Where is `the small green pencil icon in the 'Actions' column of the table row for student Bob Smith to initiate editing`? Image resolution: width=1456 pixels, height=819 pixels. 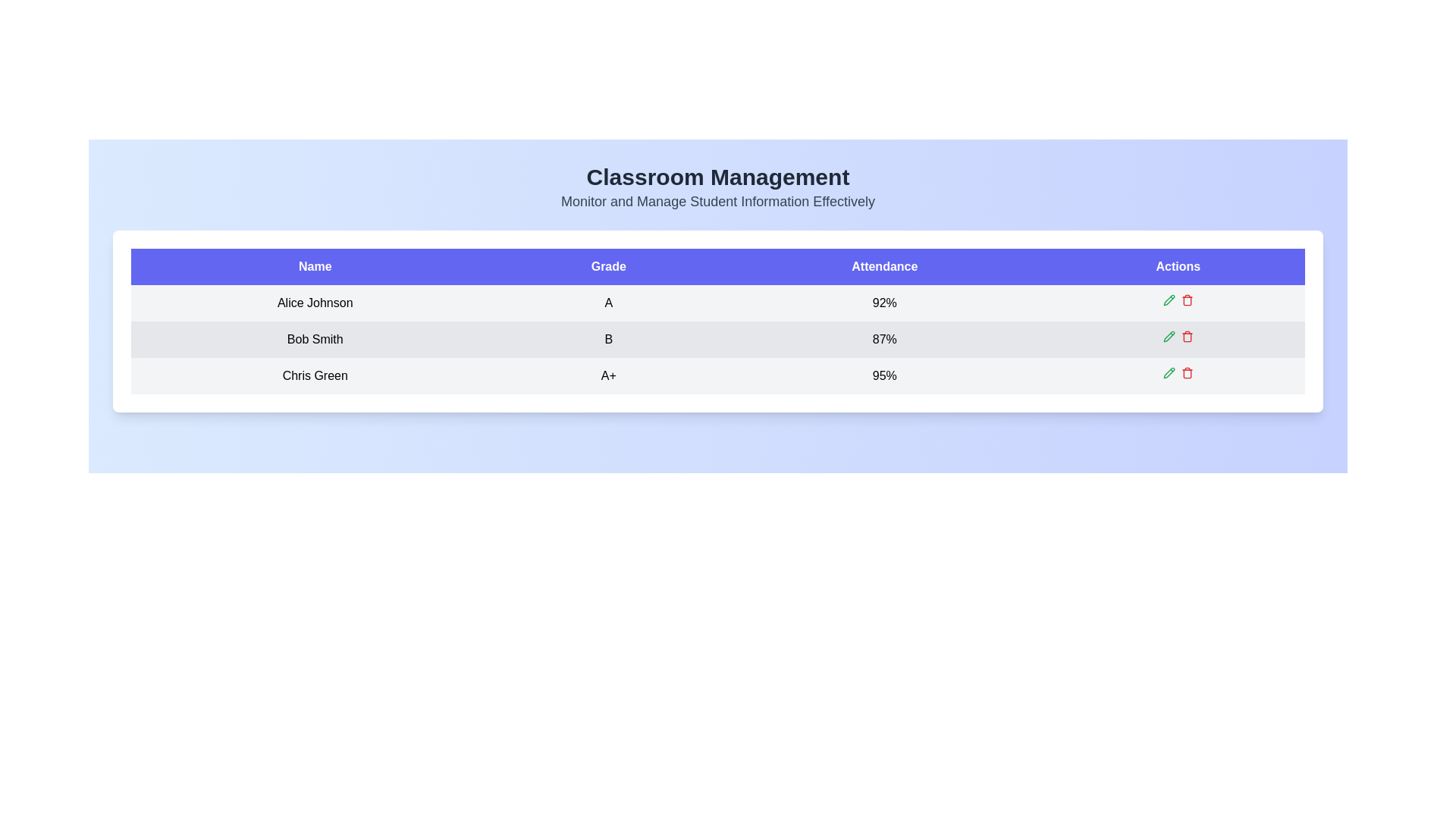
the small green pencil icon in the 'Actions' column of the table row for student Bob Smith to initiate editing is located at coordinates (1168, 335).